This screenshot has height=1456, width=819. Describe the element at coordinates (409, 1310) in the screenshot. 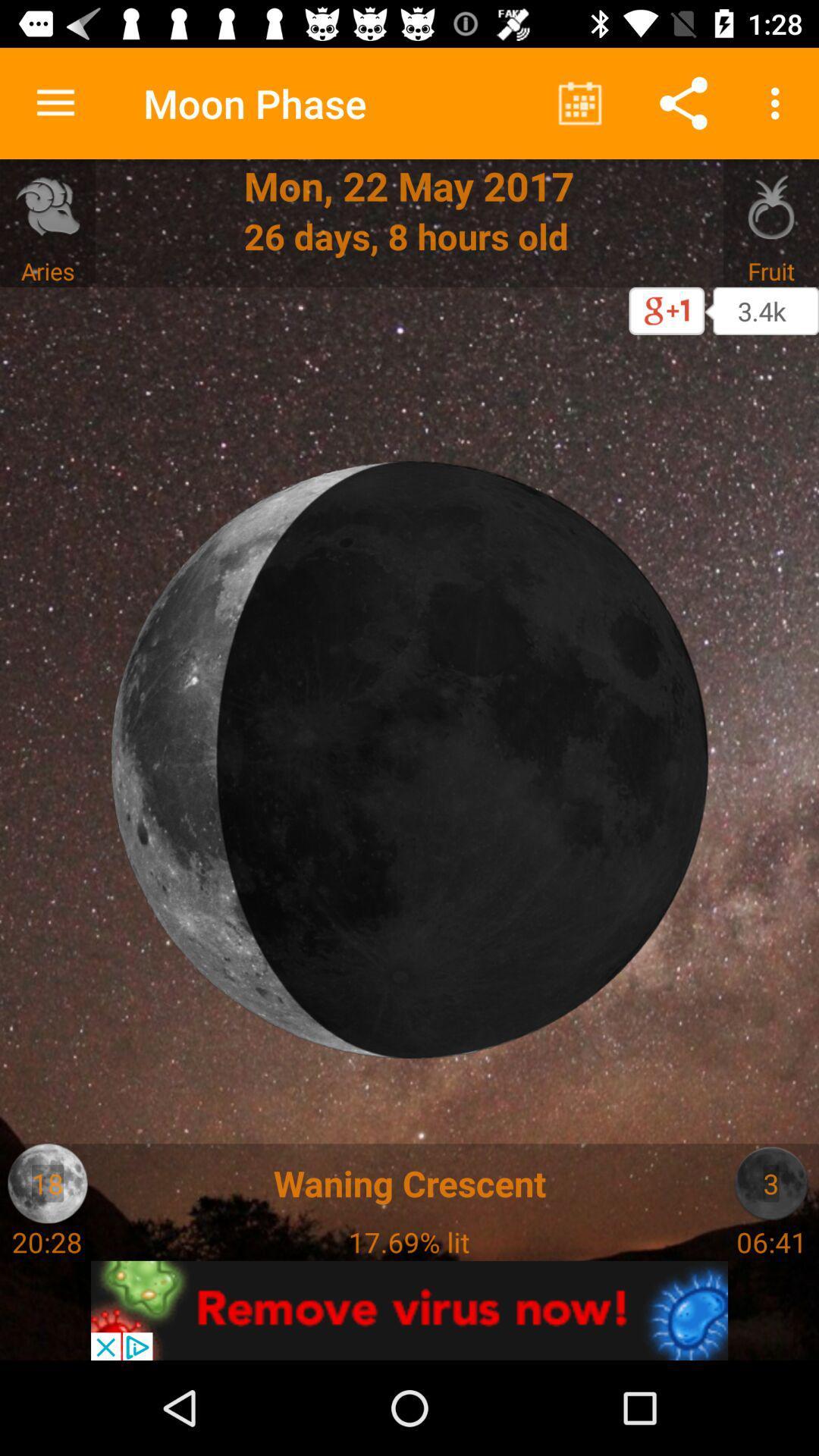

I see `remove virus now` at that location.